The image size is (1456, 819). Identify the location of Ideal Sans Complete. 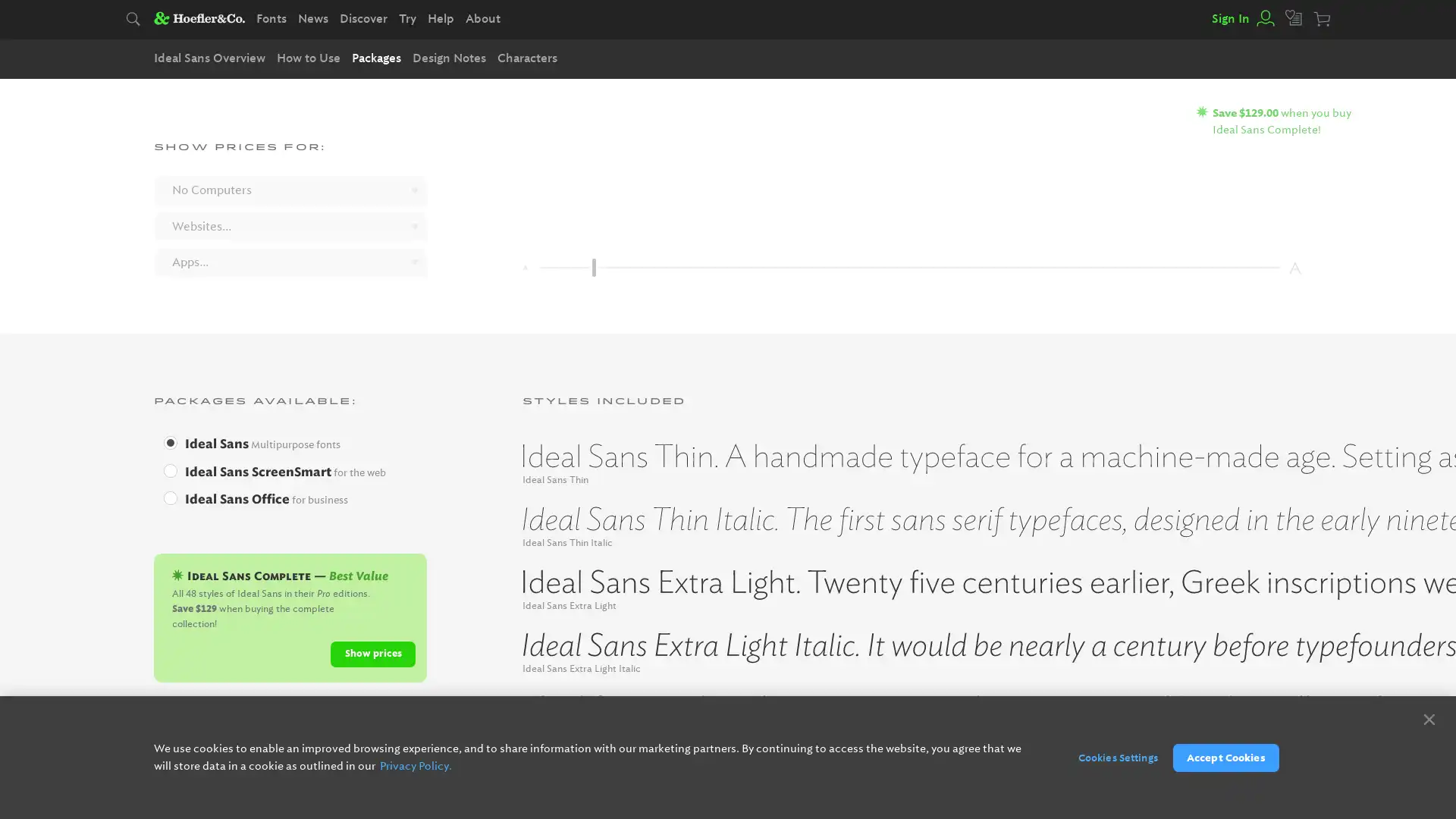
(177, 575).